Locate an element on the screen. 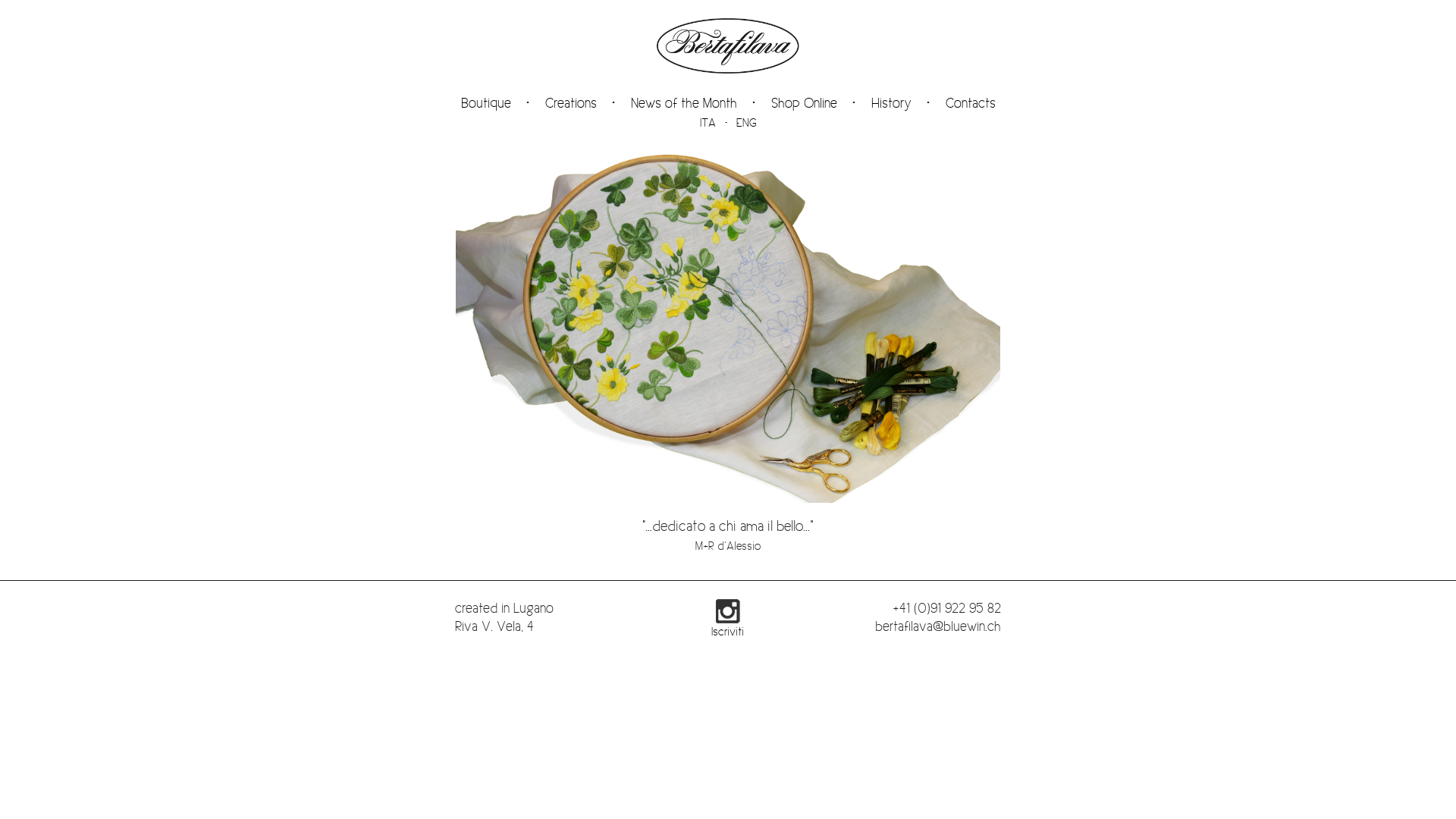 This screenshot has width=1456, height=819. 'Contacts' is located at coordinates (944, 102).